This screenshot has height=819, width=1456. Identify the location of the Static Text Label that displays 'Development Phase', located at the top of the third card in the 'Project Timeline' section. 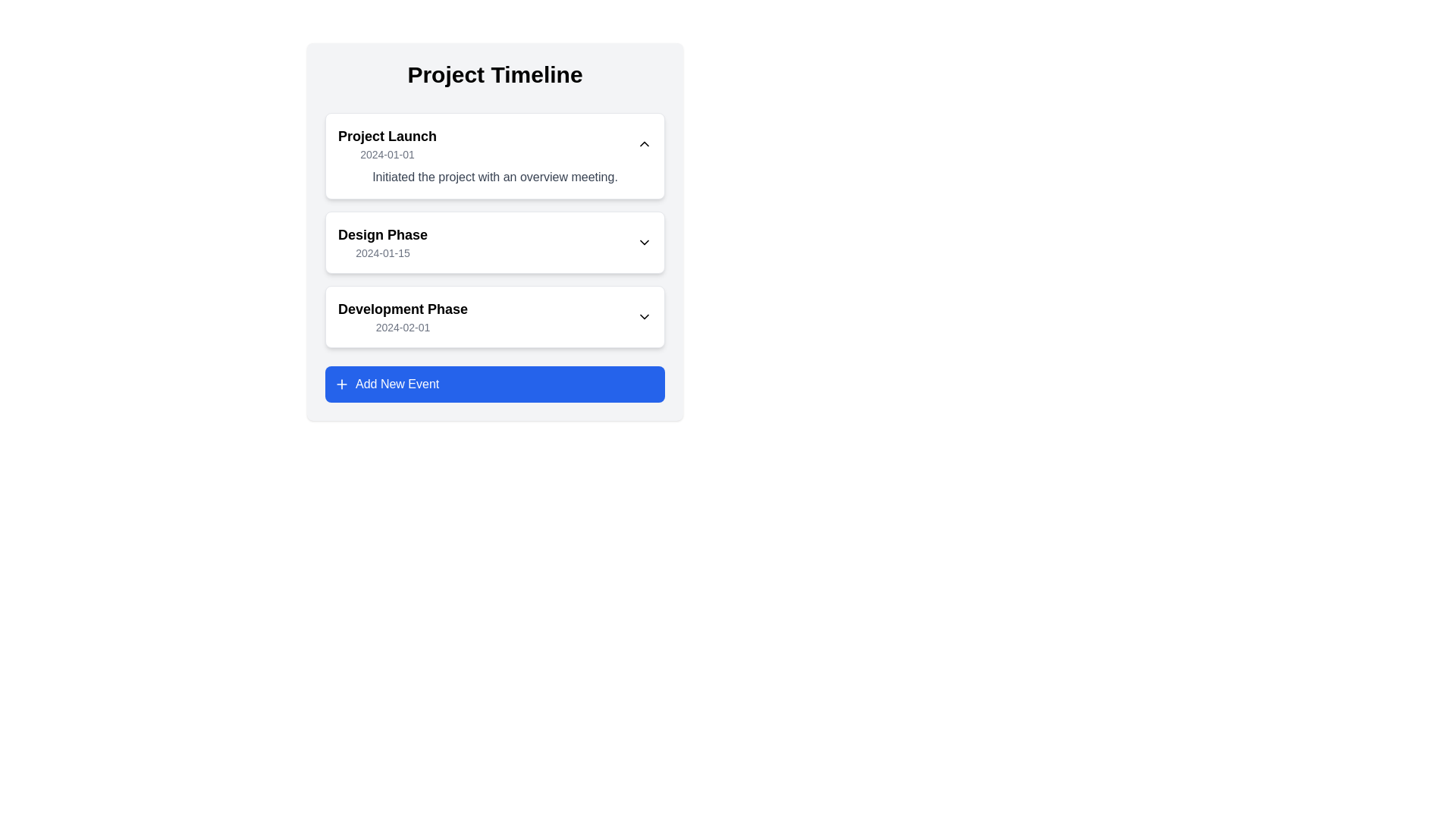
(403, 309).